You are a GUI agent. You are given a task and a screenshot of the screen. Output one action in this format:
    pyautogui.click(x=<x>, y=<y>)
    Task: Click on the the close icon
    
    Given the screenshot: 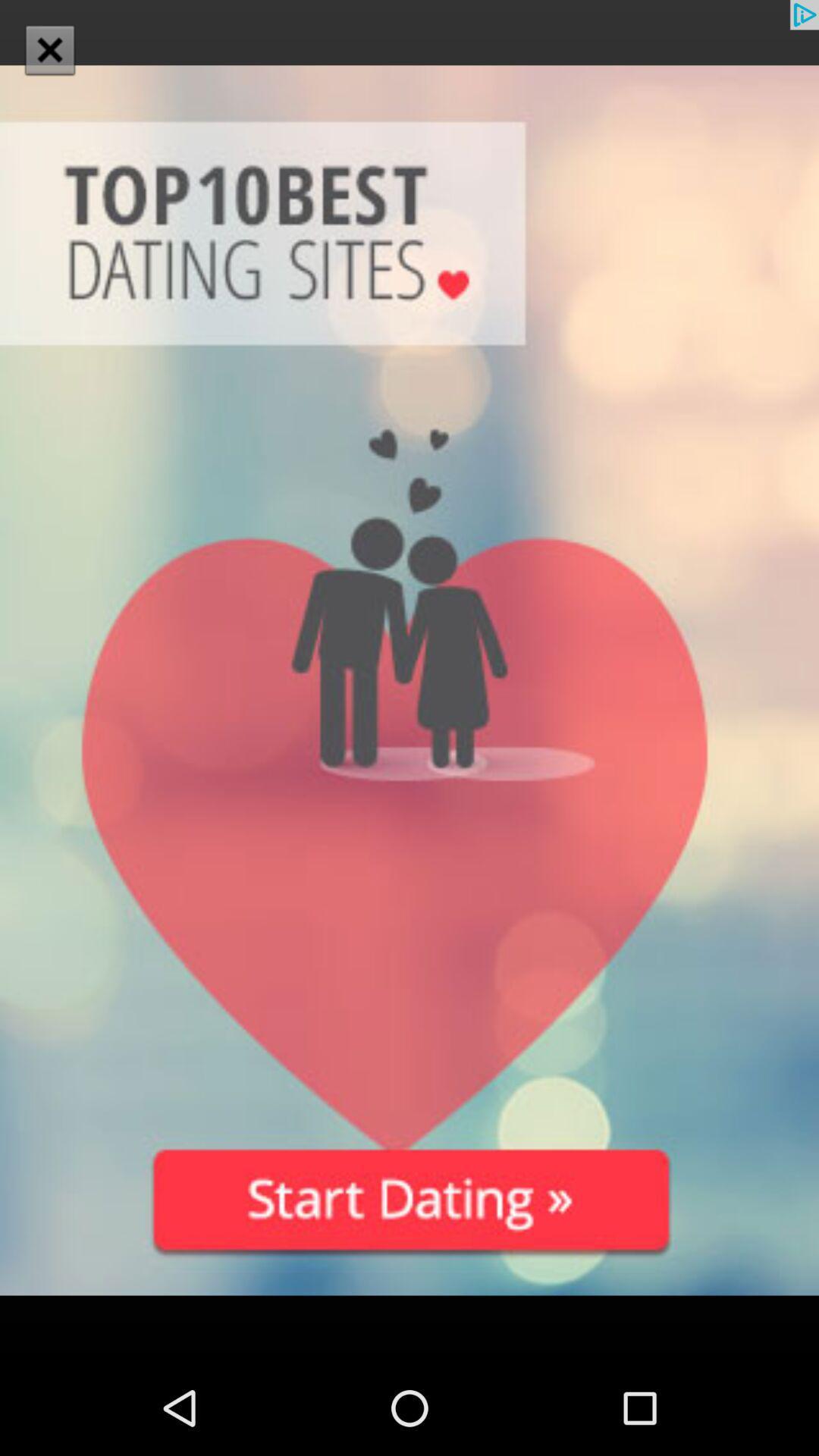 What is the action you would take?
    pyautogui.click(x=49, y=49)
    